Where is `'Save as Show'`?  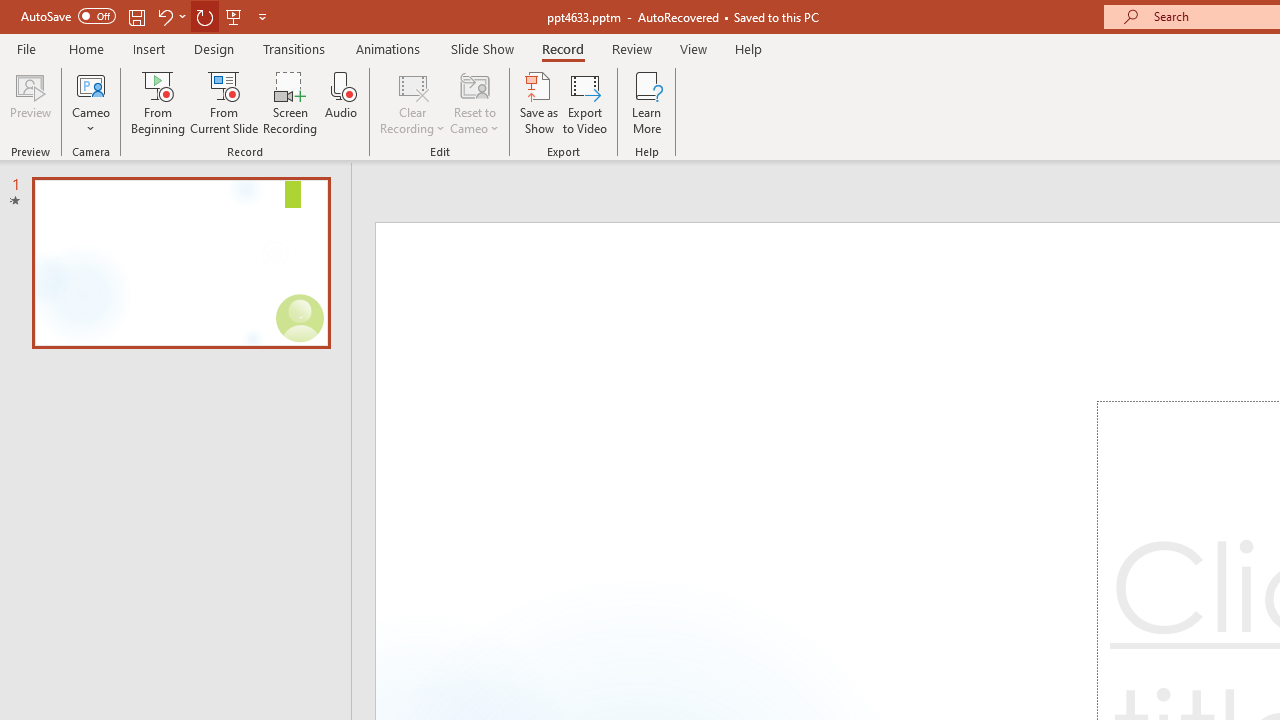 'Save as Show' is located at coordinates (539, 103).